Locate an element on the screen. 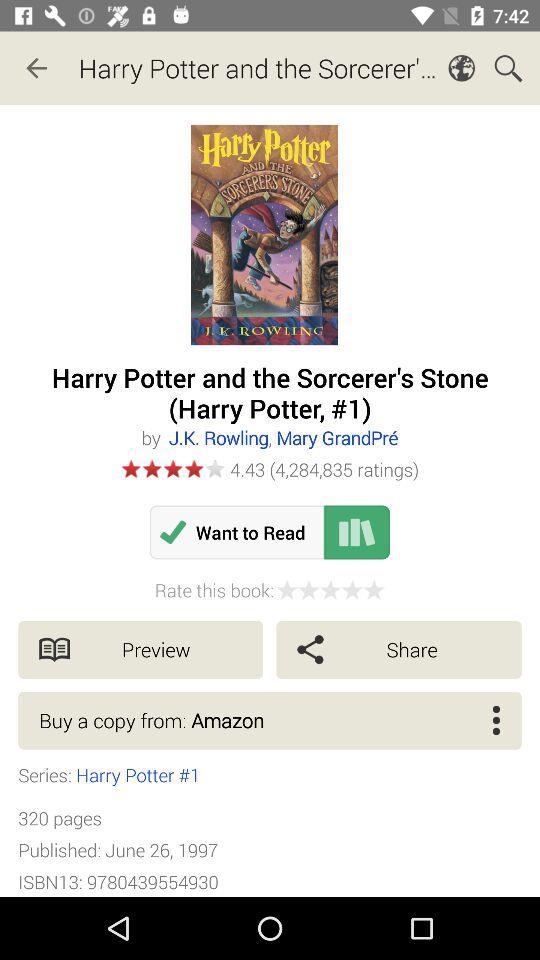 The height and width of the screenshot is (960, 540). share item is located at coordinates (399, 648).